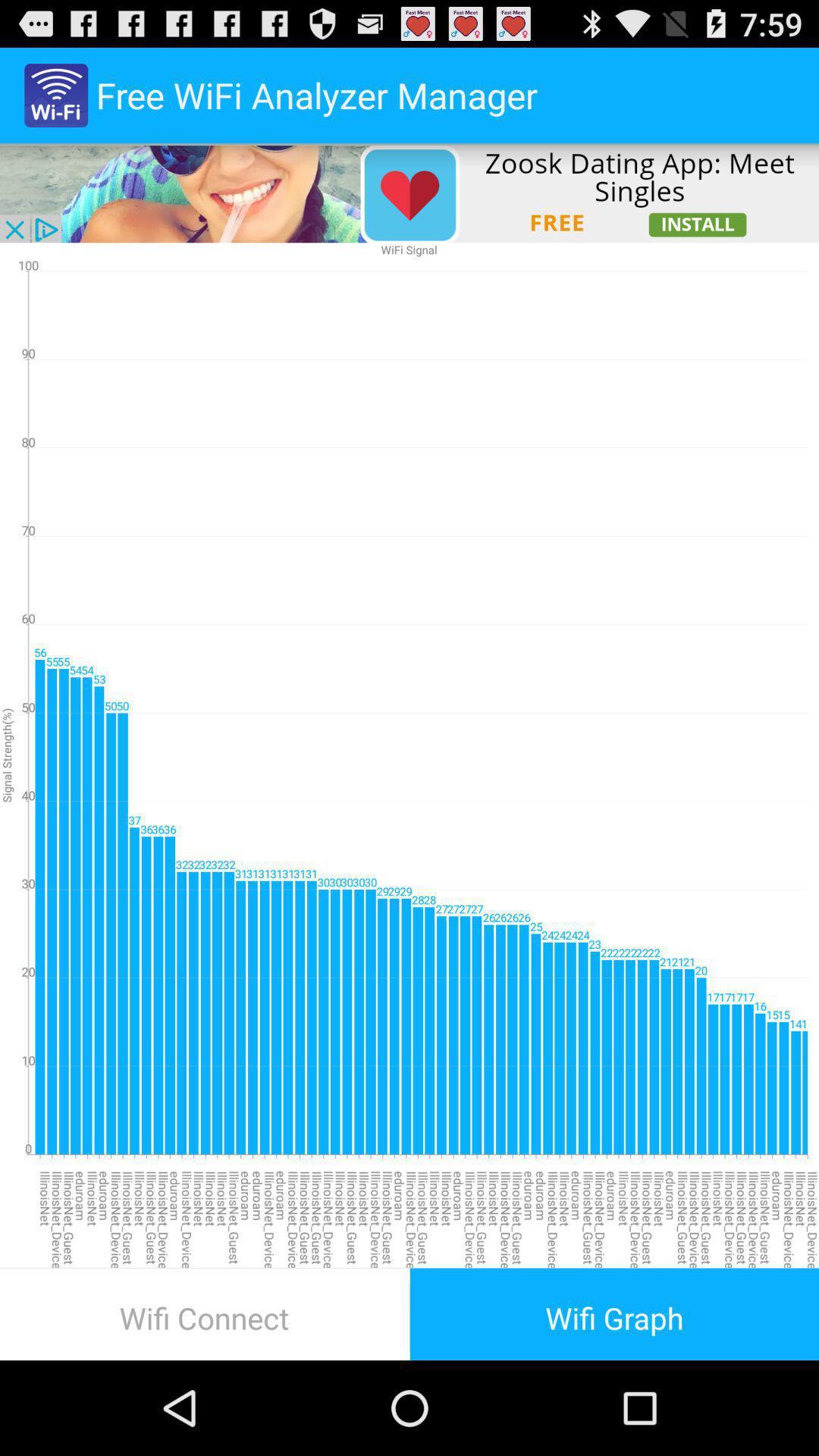 The image size is (819, 1456). What do you see at coordinates (409, 192) in the screenshot?
I see `advertisement option` at bounding box center [409, 192].